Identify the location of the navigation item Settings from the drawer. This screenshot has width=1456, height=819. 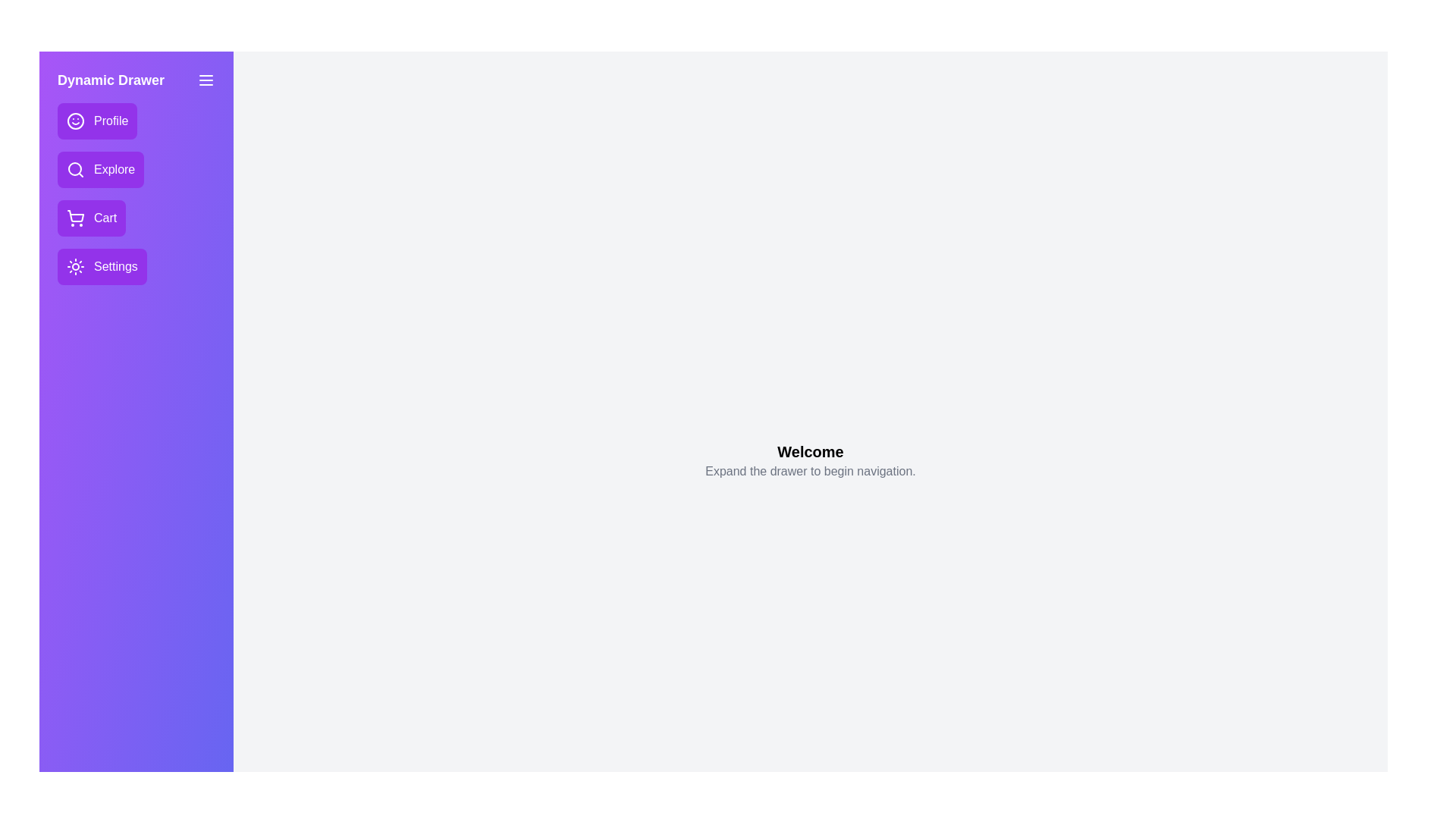
(101, 265).